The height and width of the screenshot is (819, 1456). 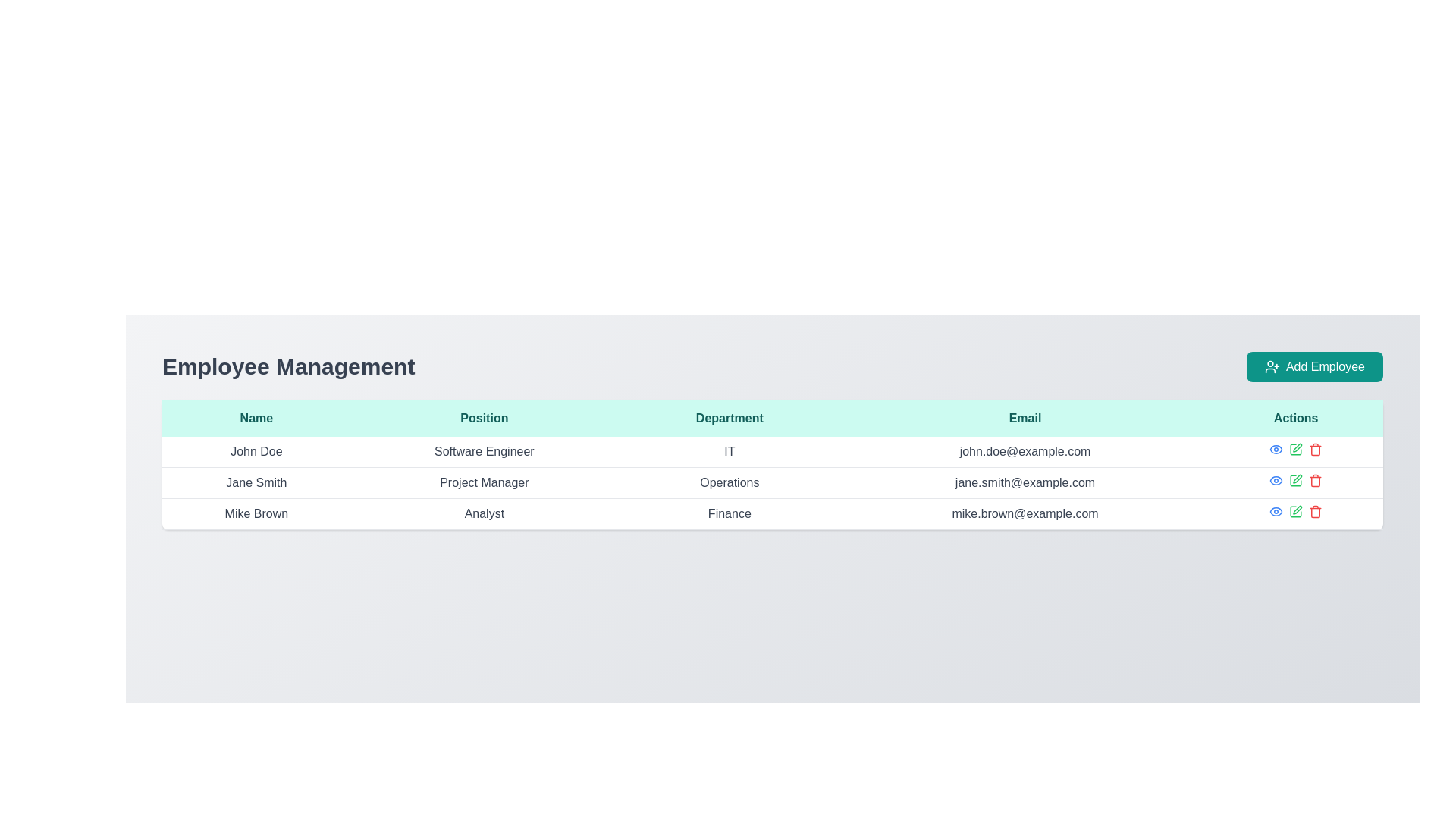 I want to click on the eye icon button in the Actions column of the second row, so click(x=1276, y=480).